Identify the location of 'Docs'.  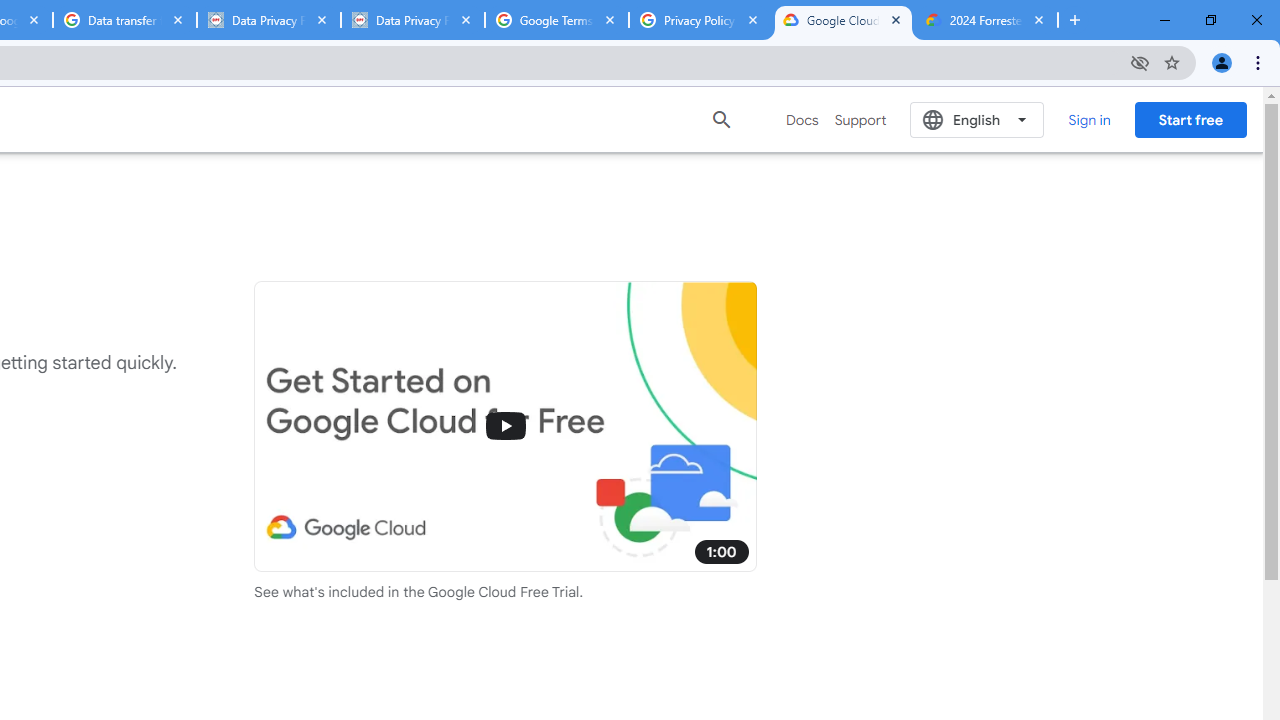
(802, 119).